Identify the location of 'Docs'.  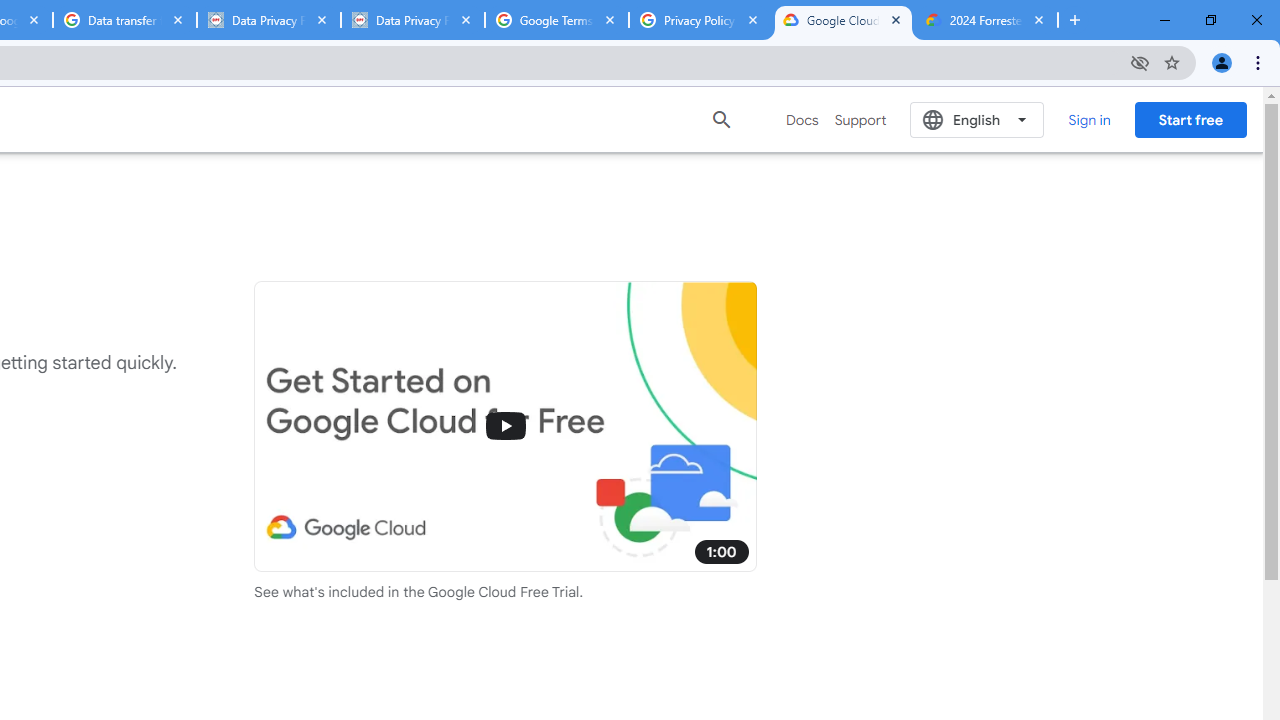
(802, 119).